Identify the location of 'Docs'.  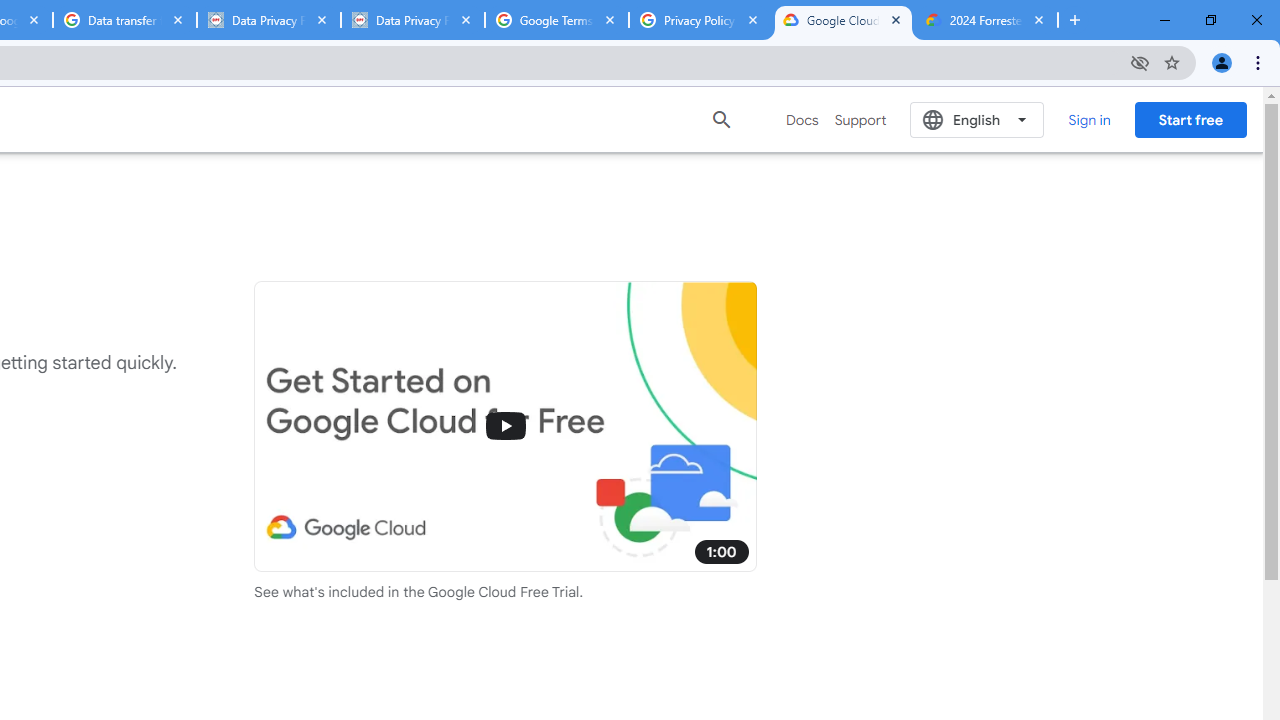
(802, 119).